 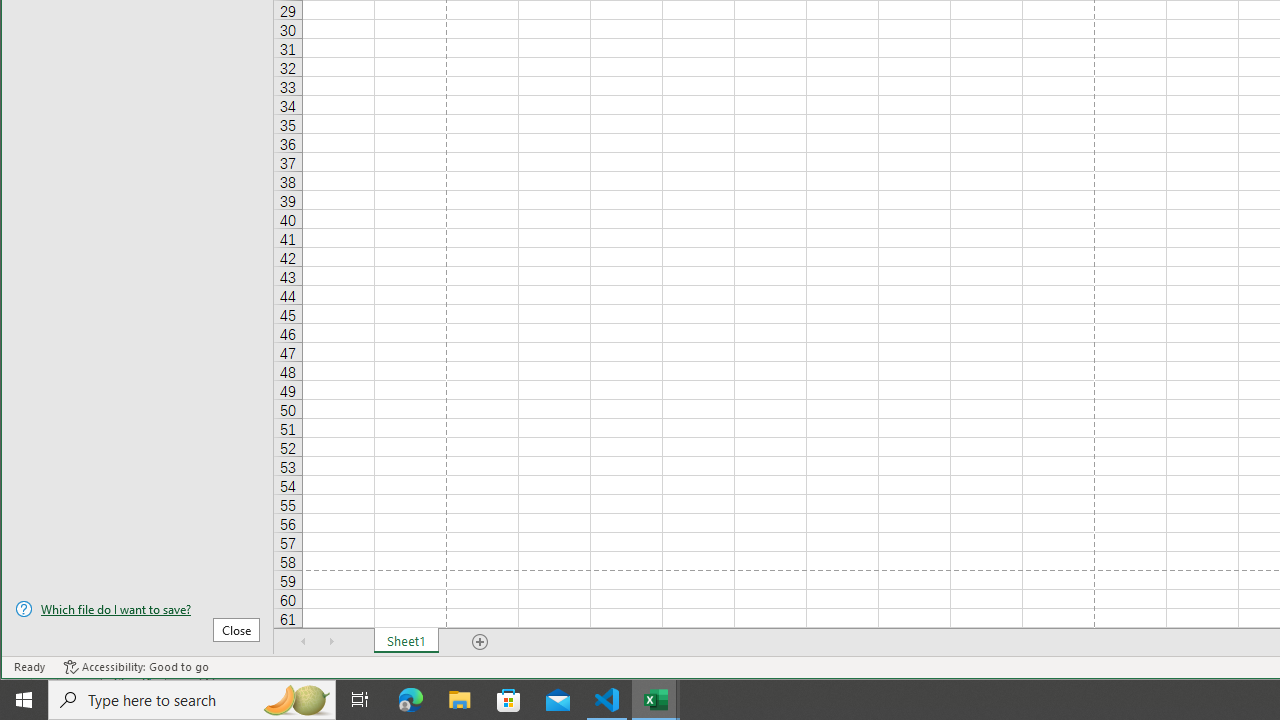 What do you see at coordinates (509, 698) in the screenshot?
I see `'Microsoft Store'` at bounding box center [509, 698].